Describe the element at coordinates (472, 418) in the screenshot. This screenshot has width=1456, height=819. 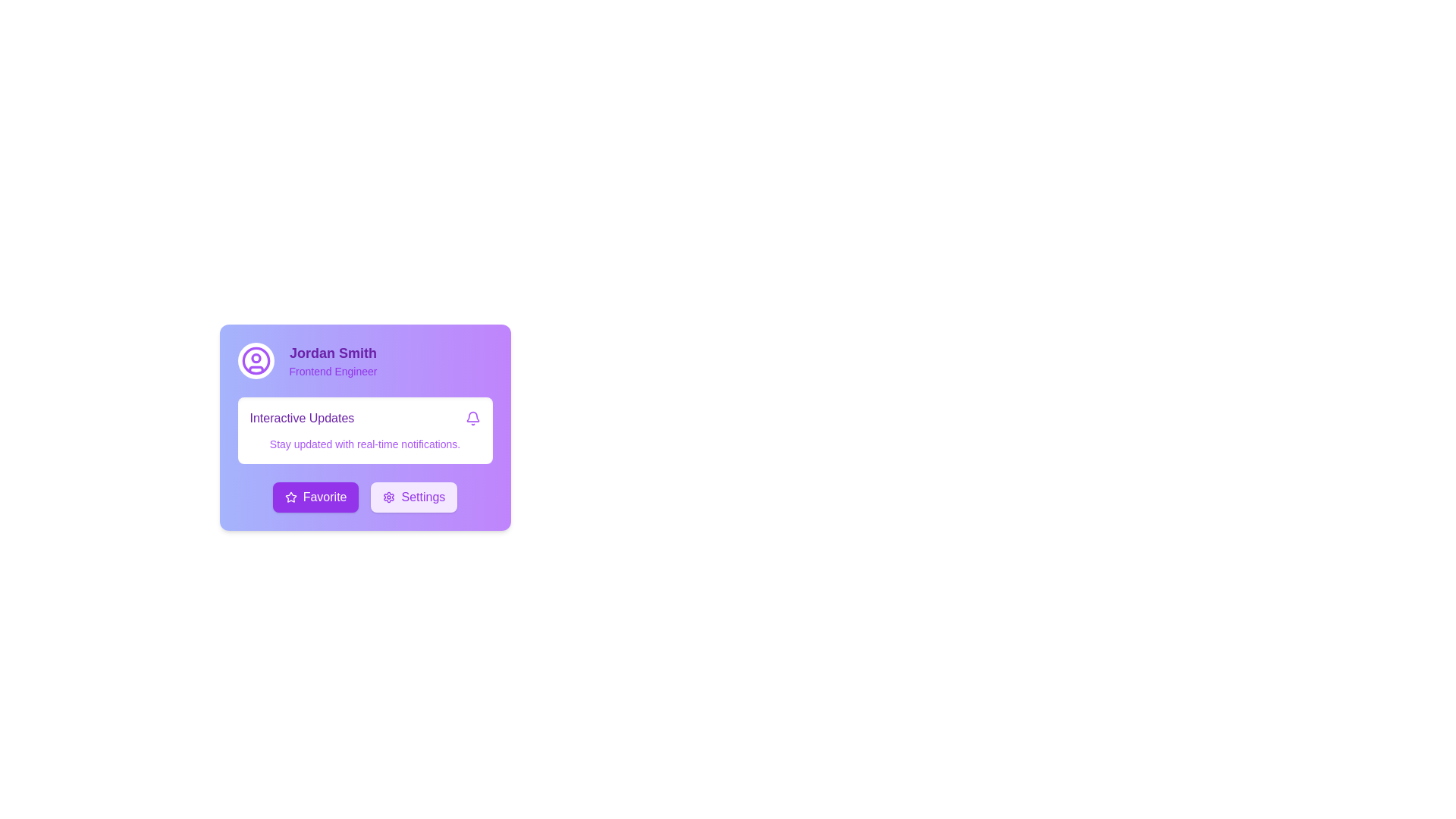
I see `the small purple notification bell icon located in the top-right corner of the 'Interactive Updates' panel` at that location.